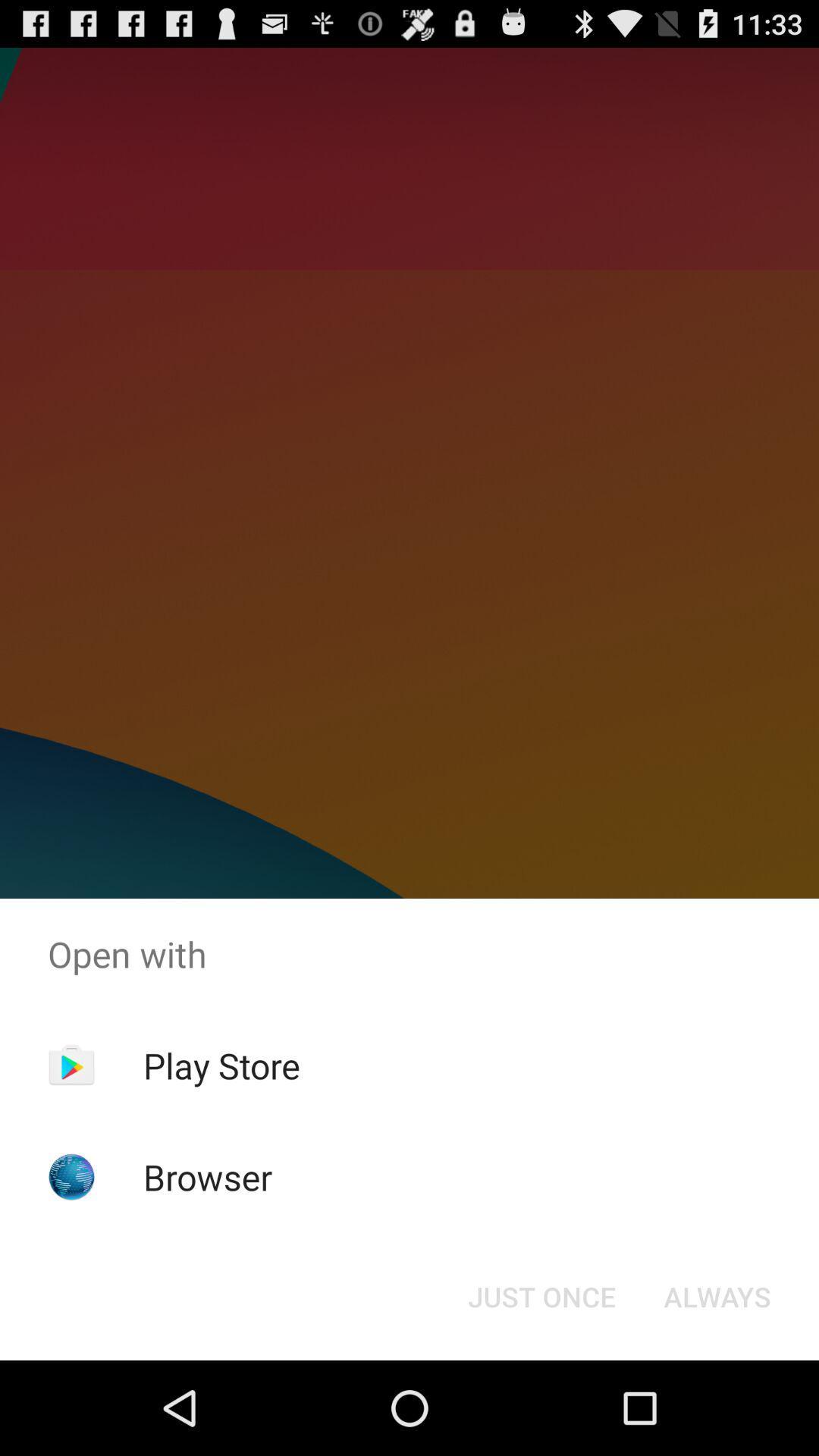 The image size is (819, 1456). Describe the element at coordinates (221, 1065) in the screenshot. I see `play store item` at that location.